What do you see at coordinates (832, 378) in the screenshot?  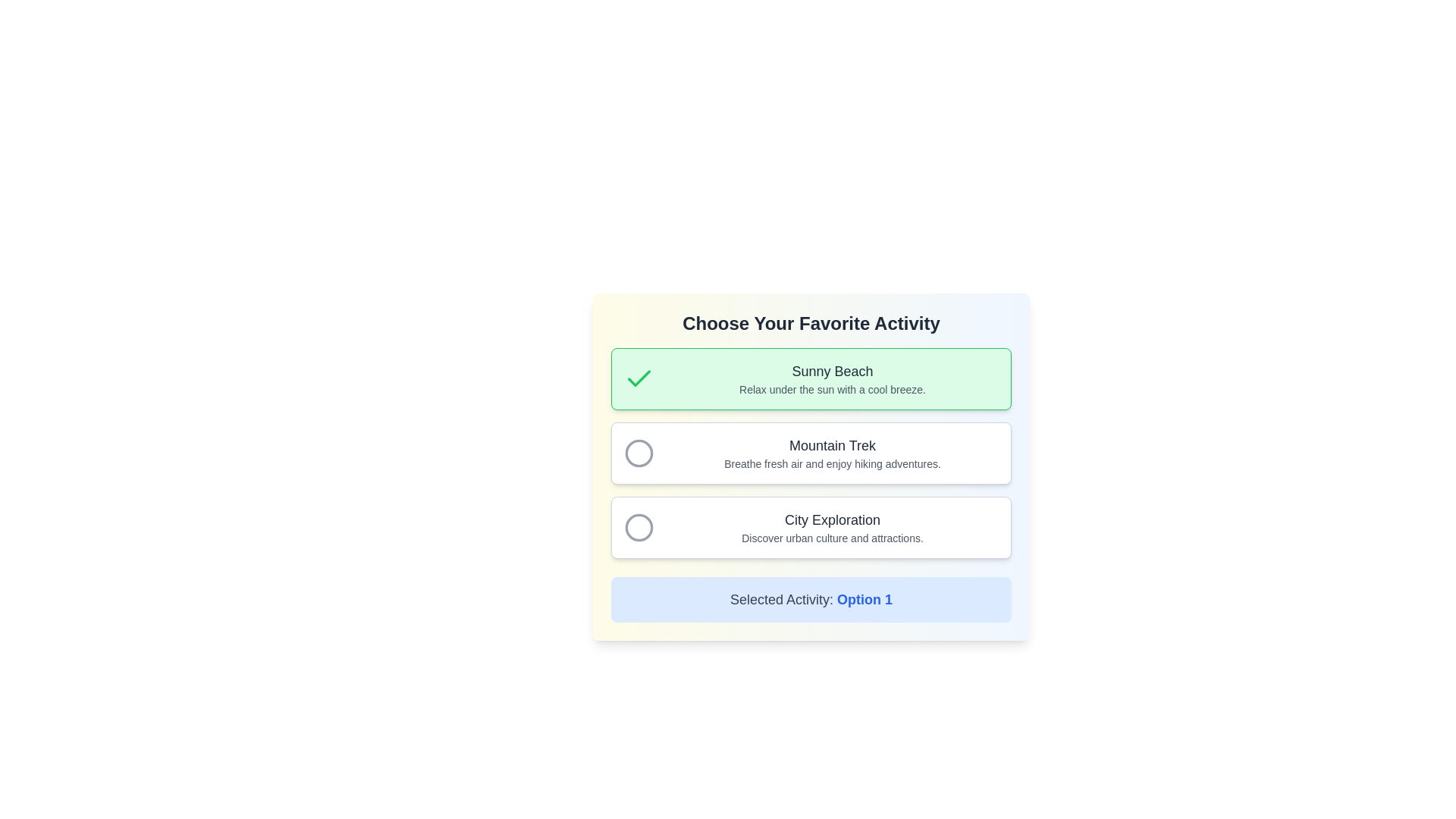 I see `the display text for 'Sunny Beach' in the first selectable activity option under the 'Choose Your Favorite Activity' section` at bounding box center [832, 378].